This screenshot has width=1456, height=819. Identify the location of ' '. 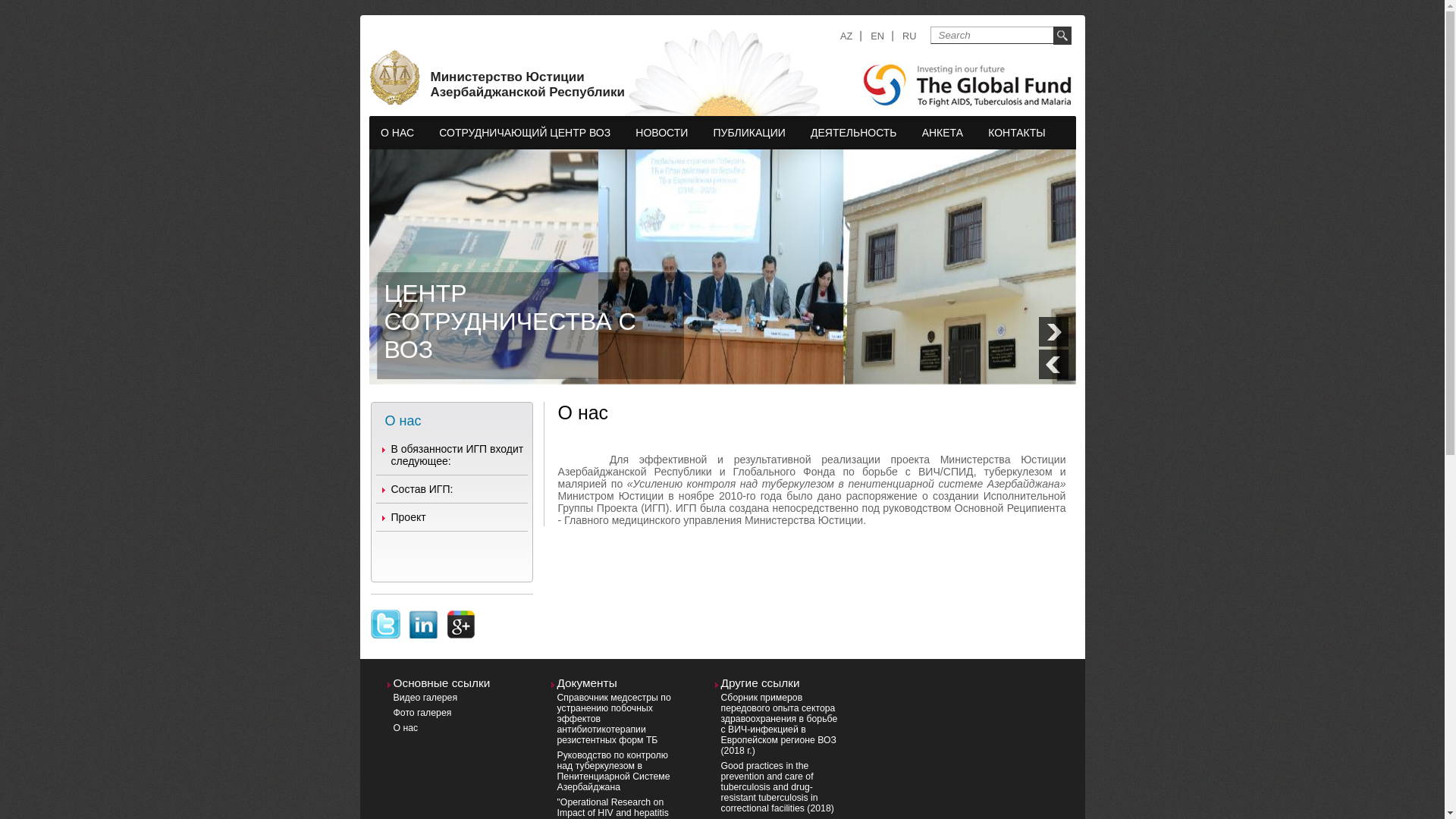
(385, 615).